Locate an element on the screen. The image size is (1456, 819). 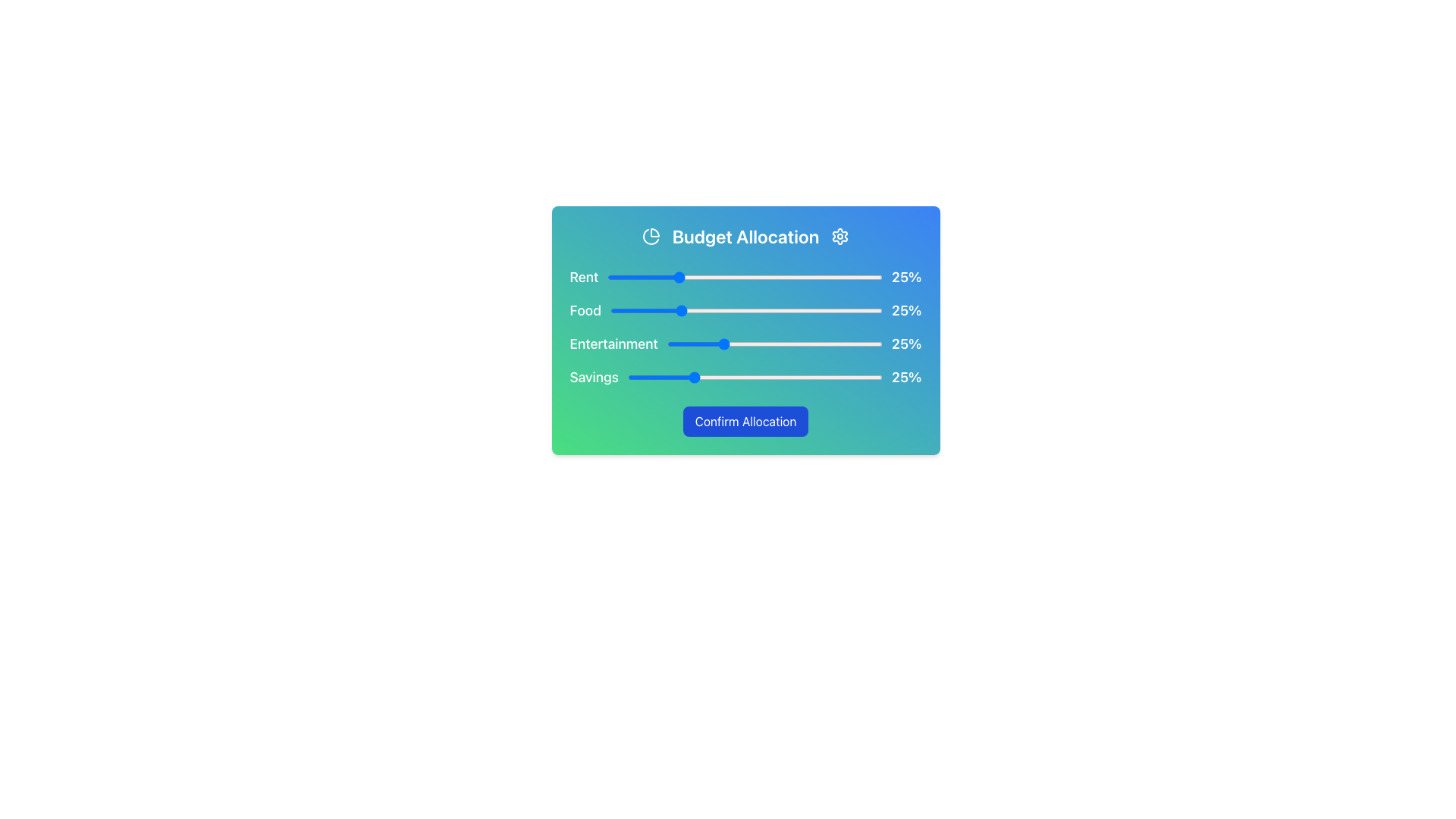
and drag the blue knob of the range slider located between the label 'Savings' and the percentage value '25%' to adjust the value is located at coordinates (755, 376).